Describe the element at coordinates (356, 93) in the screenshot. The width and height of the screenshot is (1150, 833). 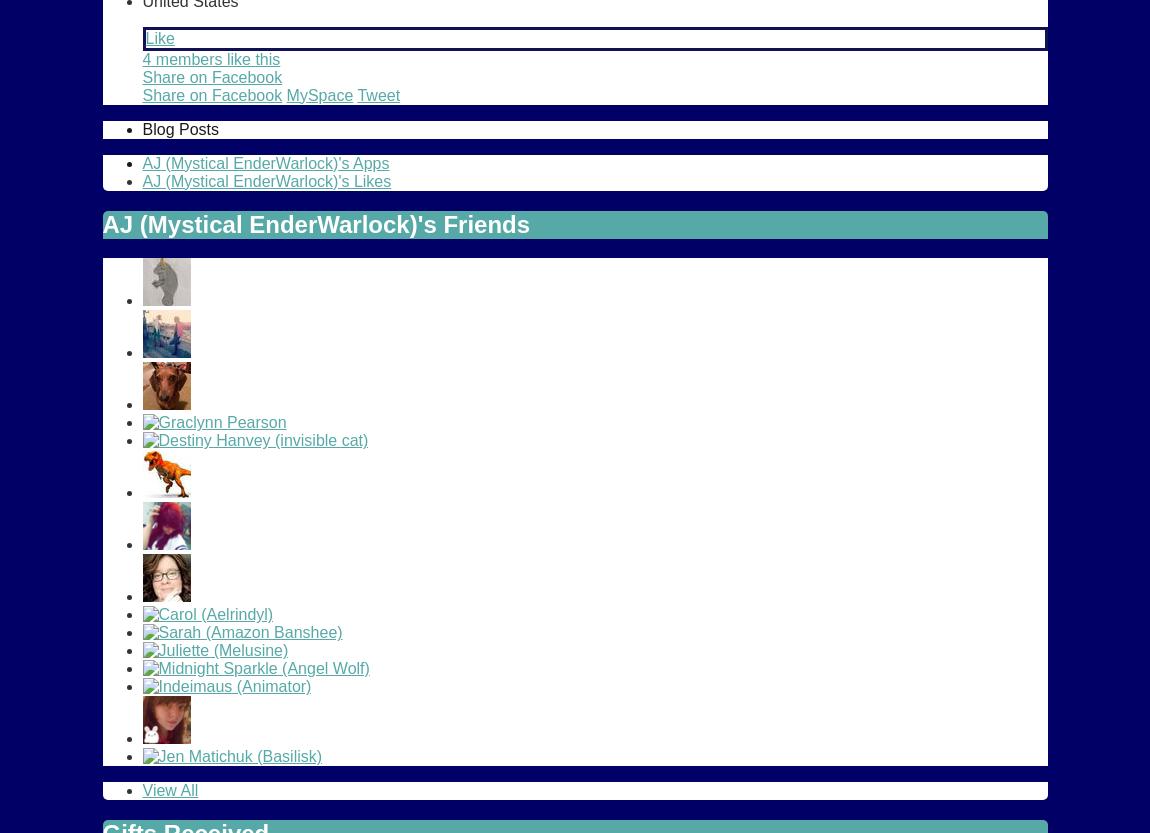
I see `'Tweet'` at that location.